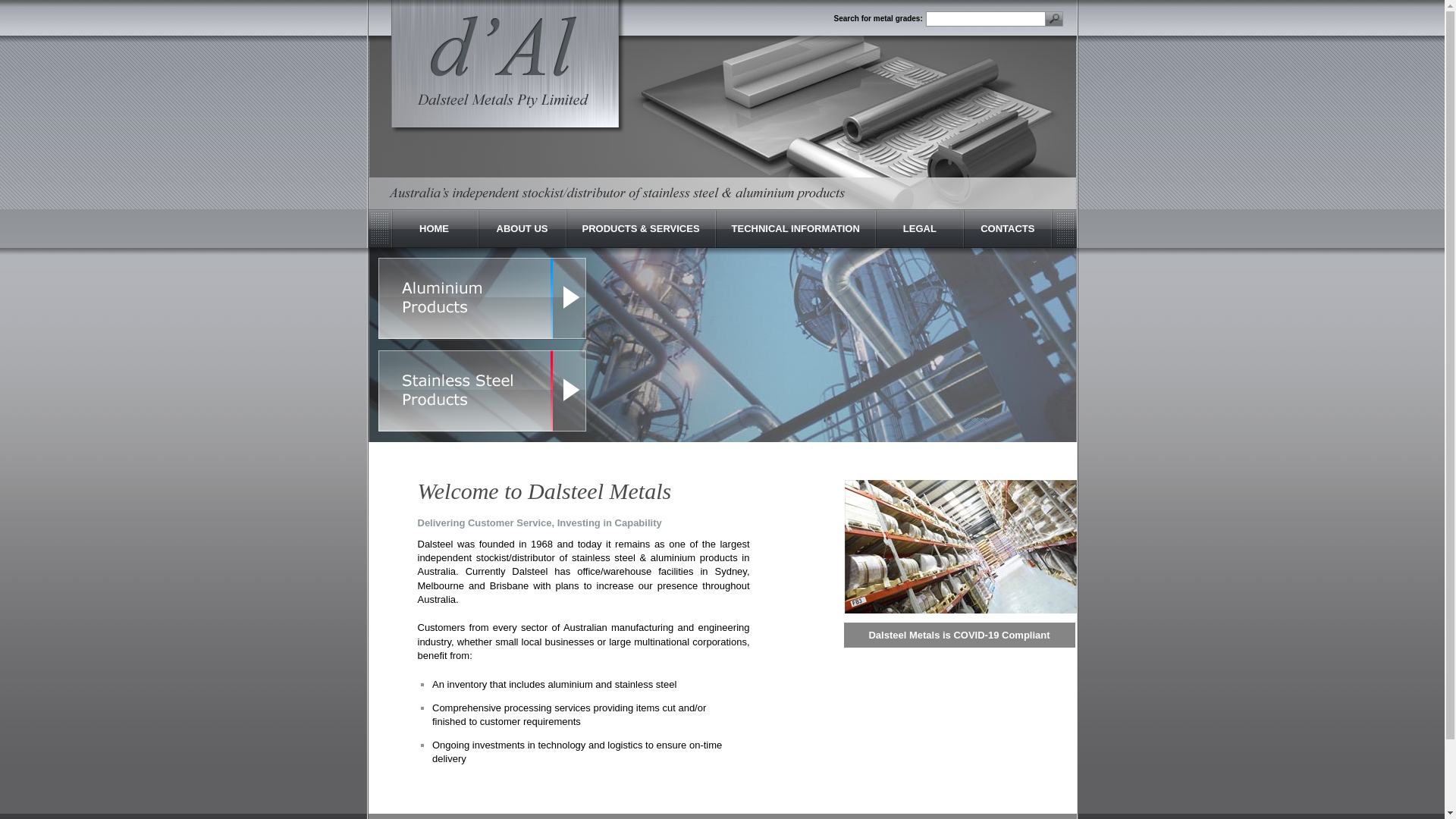 Image resolution: width=1456 pixels, height=819 pixels. I want to click on 'CONTACTS', so click(1008, 228).